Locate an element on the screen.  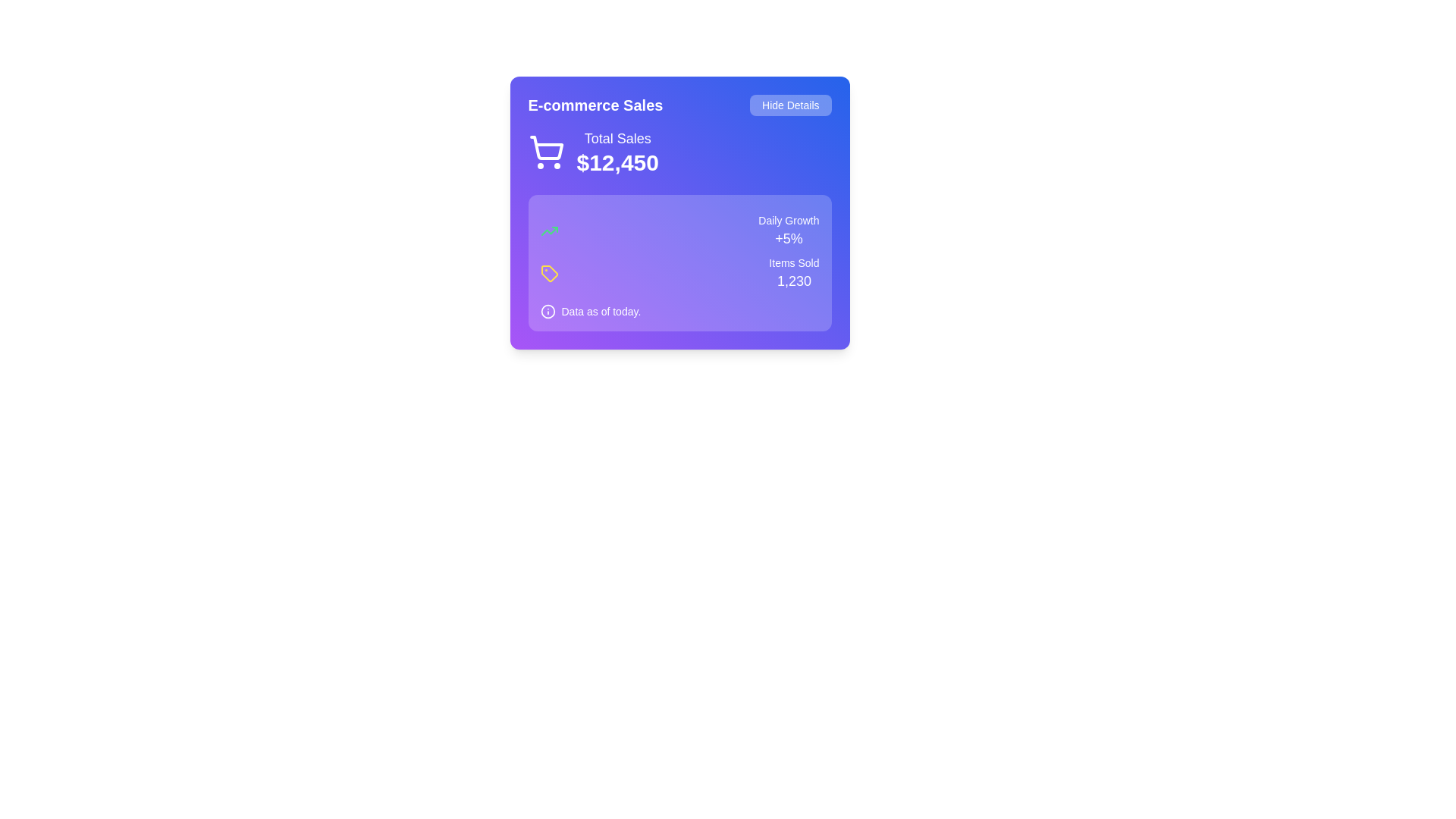
the text display element that shows '+5%' in white color on a gradient purple background, positioned in the middle-right section of the statistics card is located at coordinates (789, 239).